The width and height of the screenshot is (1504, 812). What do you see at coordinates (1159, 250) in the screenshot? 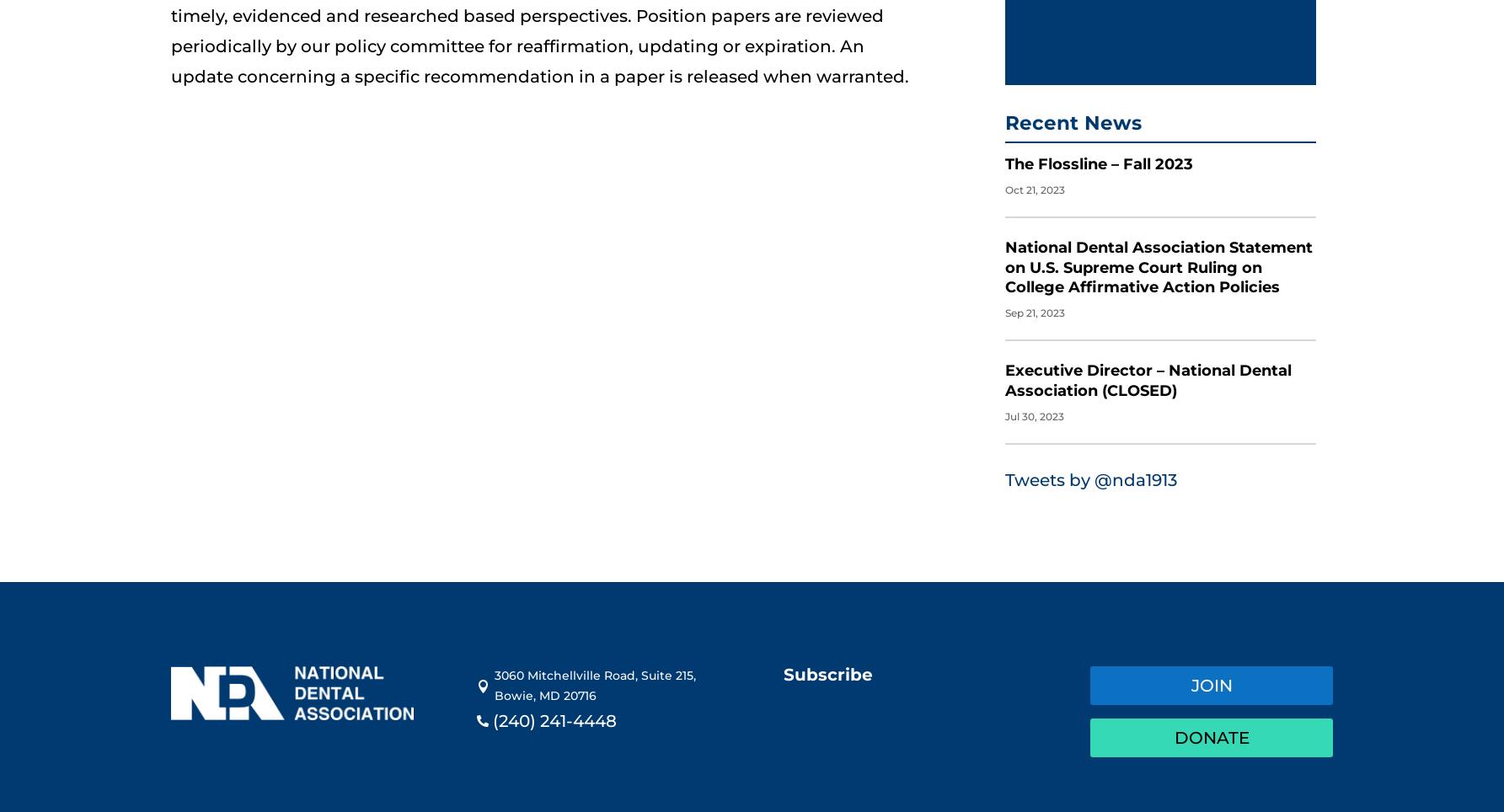
I see `'National Dental Association Statement on U.S. Supreme Court Ruling on College Affirmative Action Policies'` at bounding box center [1159, 250].